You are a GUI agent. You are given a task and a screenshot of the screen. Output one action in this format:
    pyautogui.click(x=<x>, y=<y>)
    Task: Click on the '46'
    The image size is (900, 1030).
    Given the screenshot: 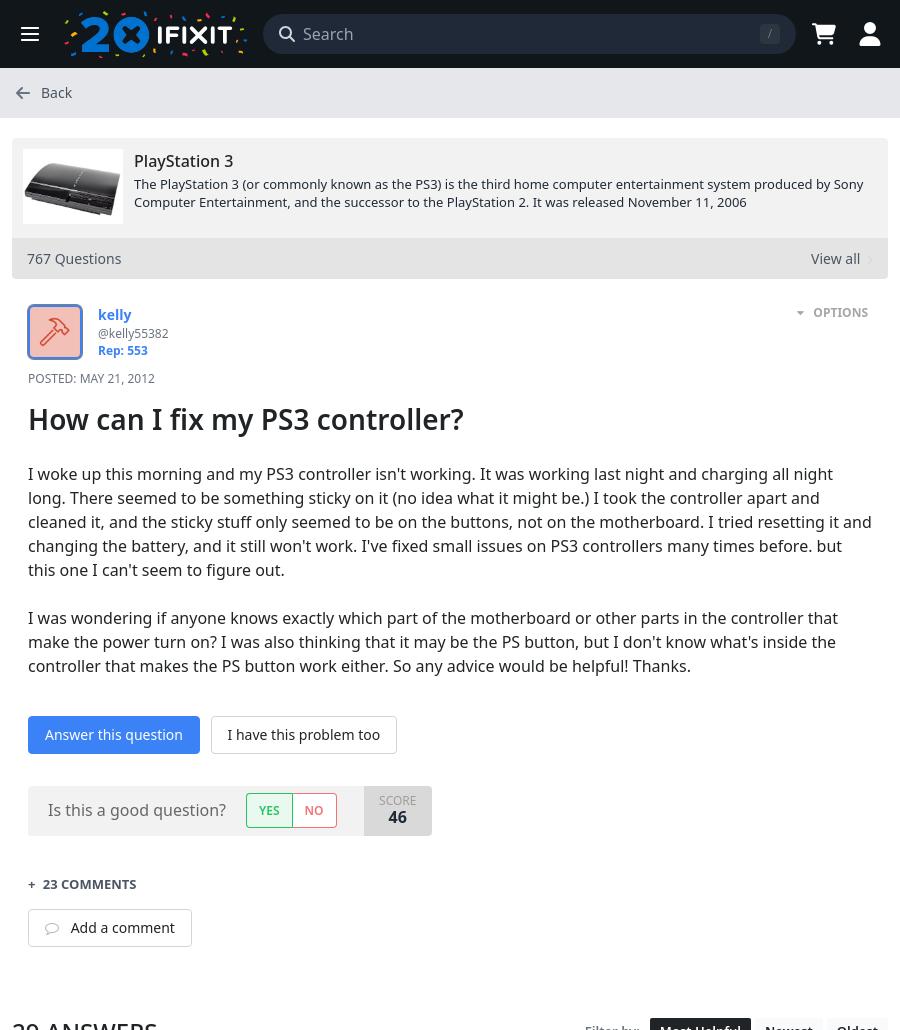 What is the action you would take?
    pyautogui.click(x=396, y=814)
    